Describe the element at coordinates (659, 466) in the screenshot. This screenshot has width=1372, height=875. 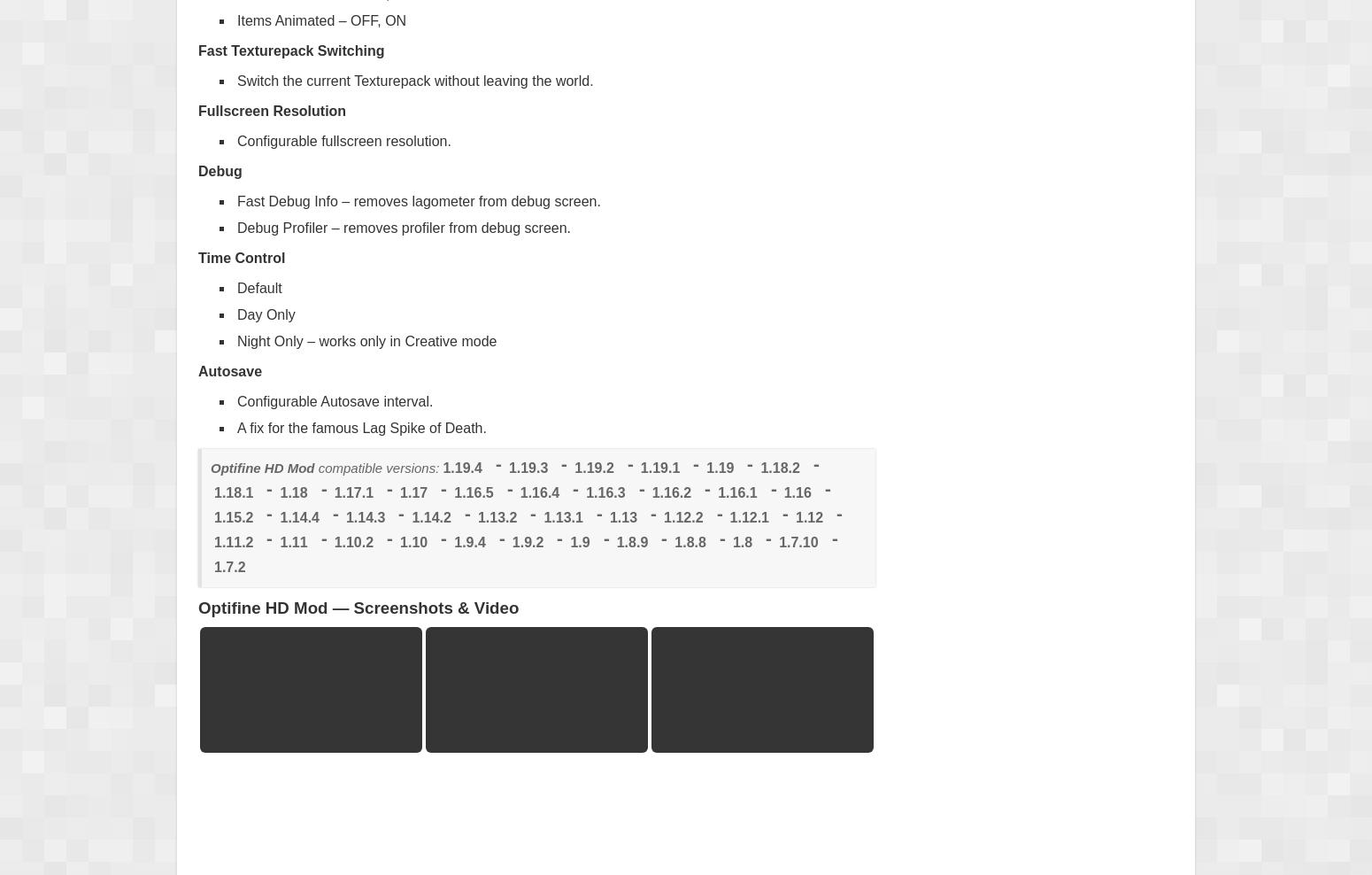
I see `'1.19.1'` at that location.